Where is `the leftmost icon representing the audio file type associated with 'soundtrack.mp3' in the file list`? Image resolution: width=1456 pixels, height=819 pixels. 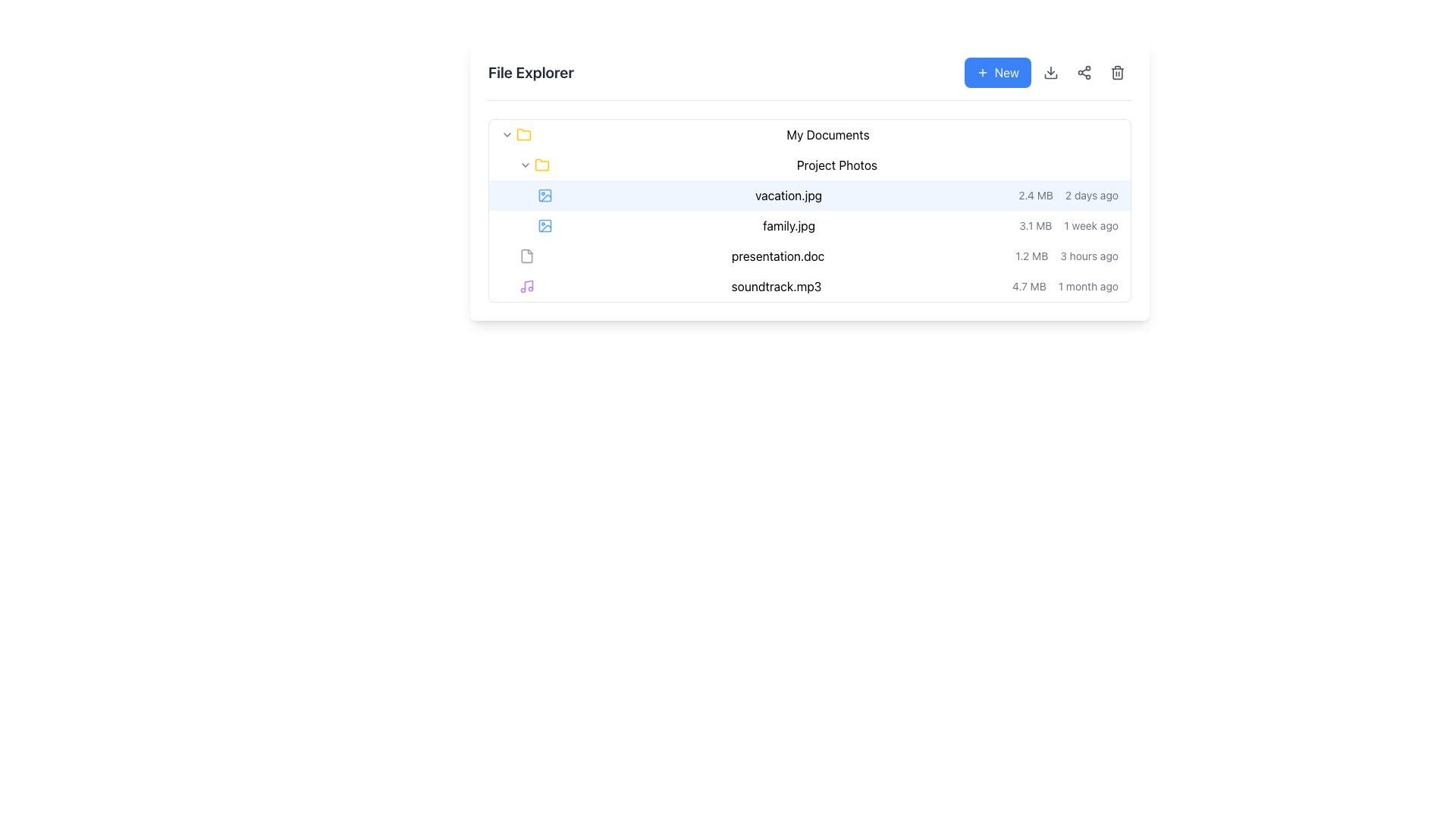
the leftmost icon representing the audio file type associated with 'soundtrack.mp3' in the file list is located at coordinates (527, 287).